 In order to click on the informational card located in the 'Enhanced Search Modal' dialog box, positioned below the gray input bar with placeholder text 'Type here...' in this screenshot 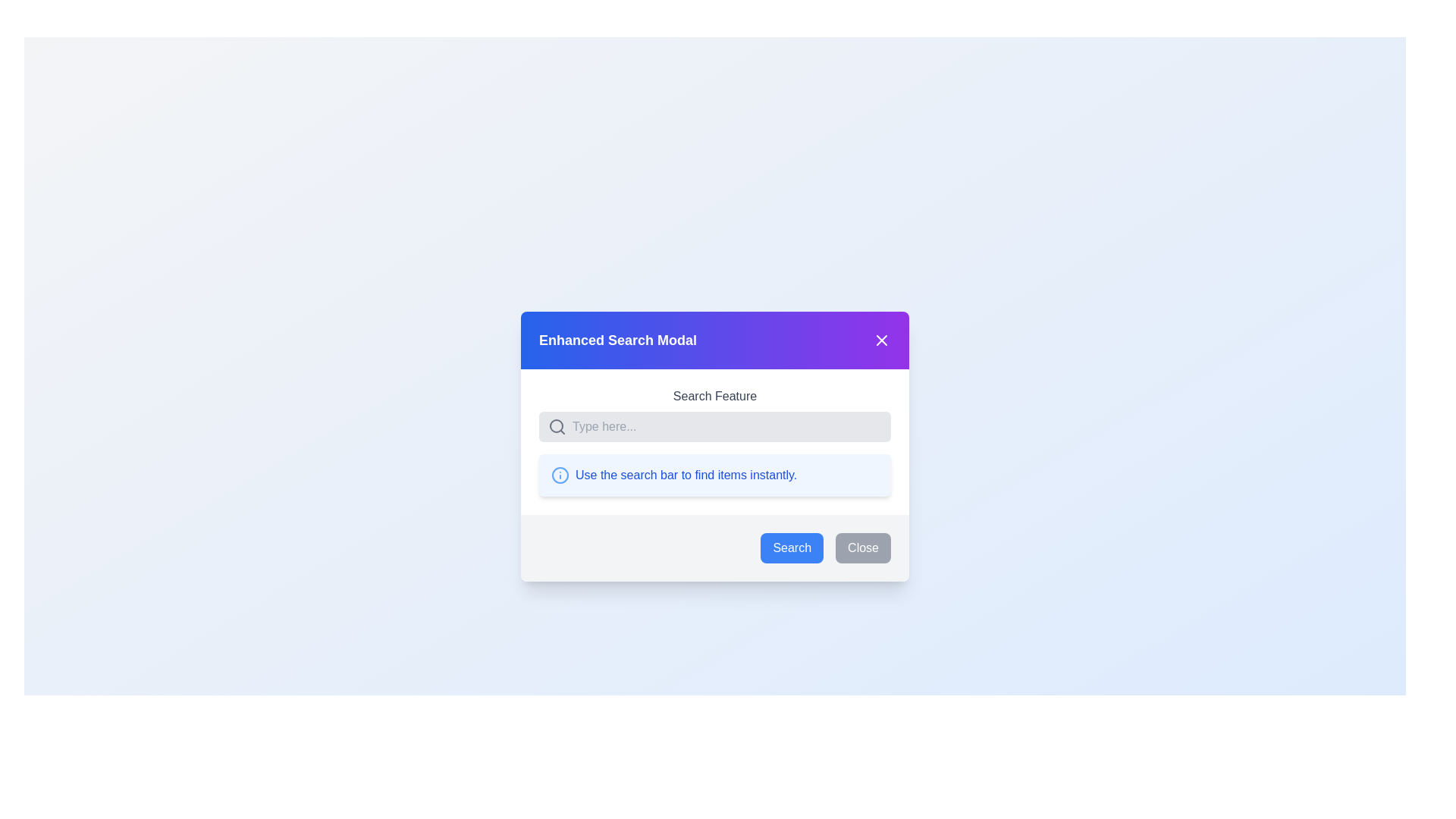, I will do `click(714, 475)`.